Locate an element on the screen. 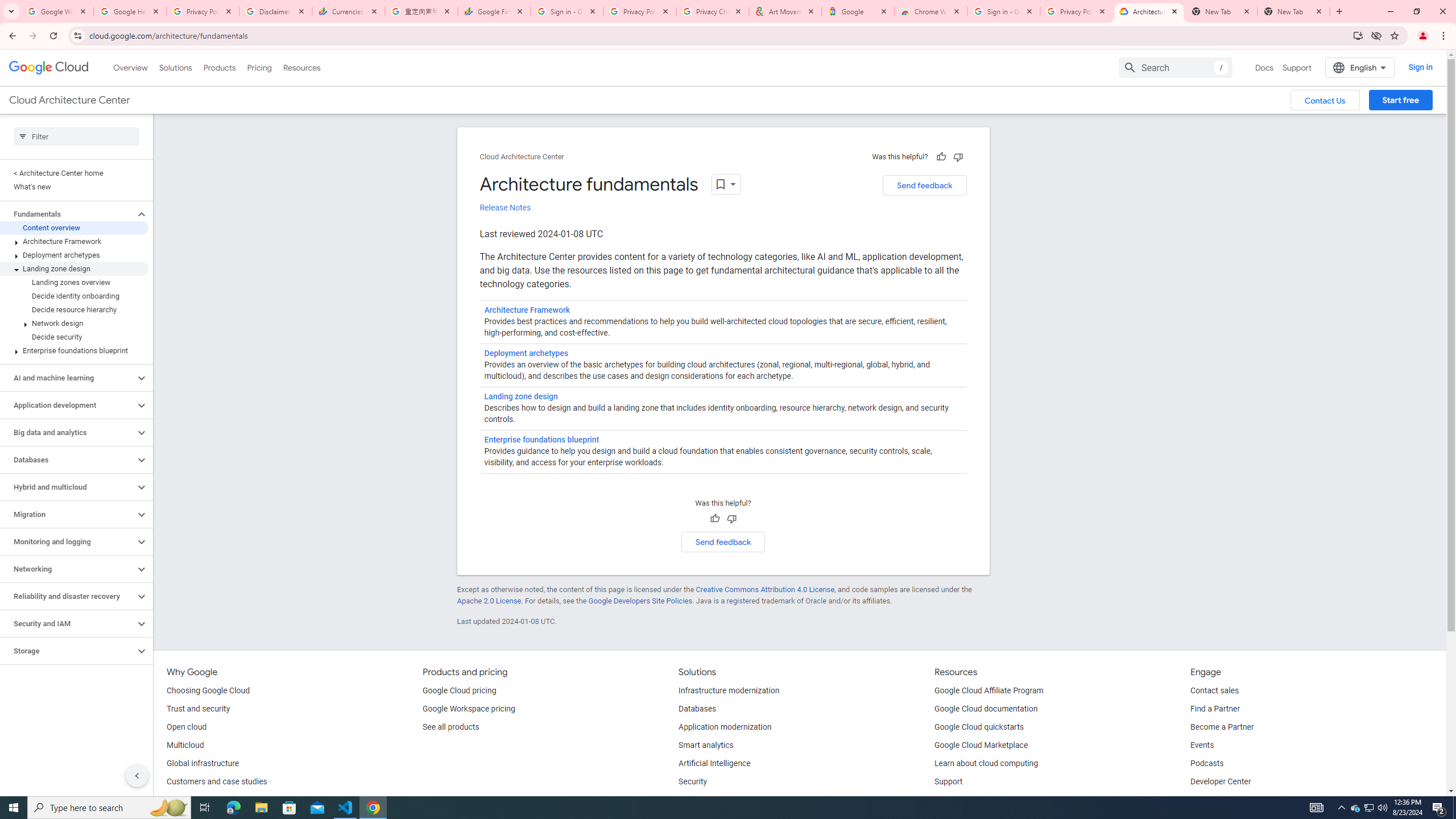 This screenshot has height=819, width=1456. 'Multicloud' is located at coordinates (185, 745).